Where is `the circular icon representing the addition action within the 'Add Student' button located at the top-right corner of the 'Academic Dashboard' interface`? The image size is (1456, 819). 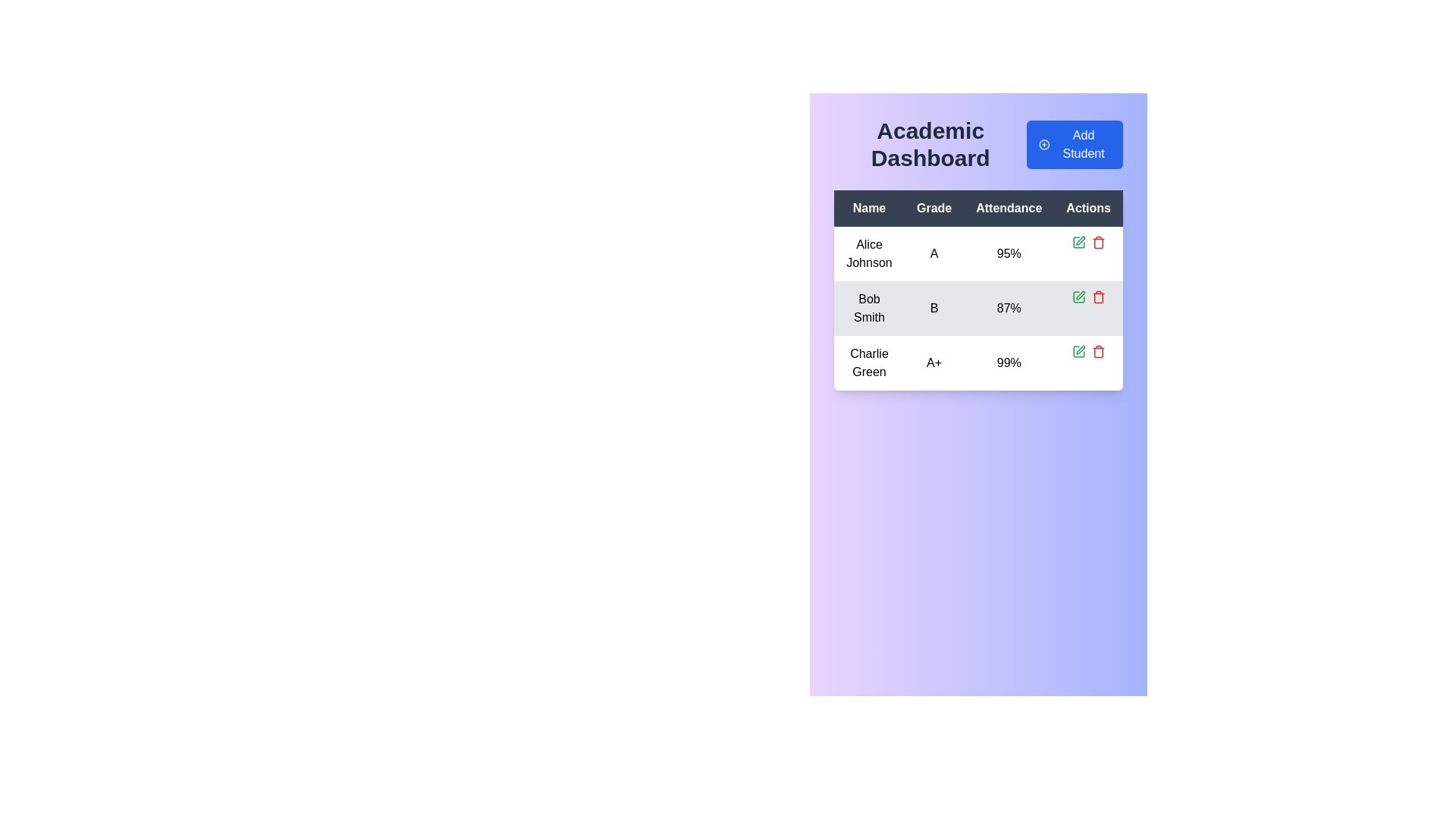
the circular icon representing the addition action within the 'Add Student' button located at the top-right corner of the 'Academic Dashboard' interface is located at coordinates (1043, 145).